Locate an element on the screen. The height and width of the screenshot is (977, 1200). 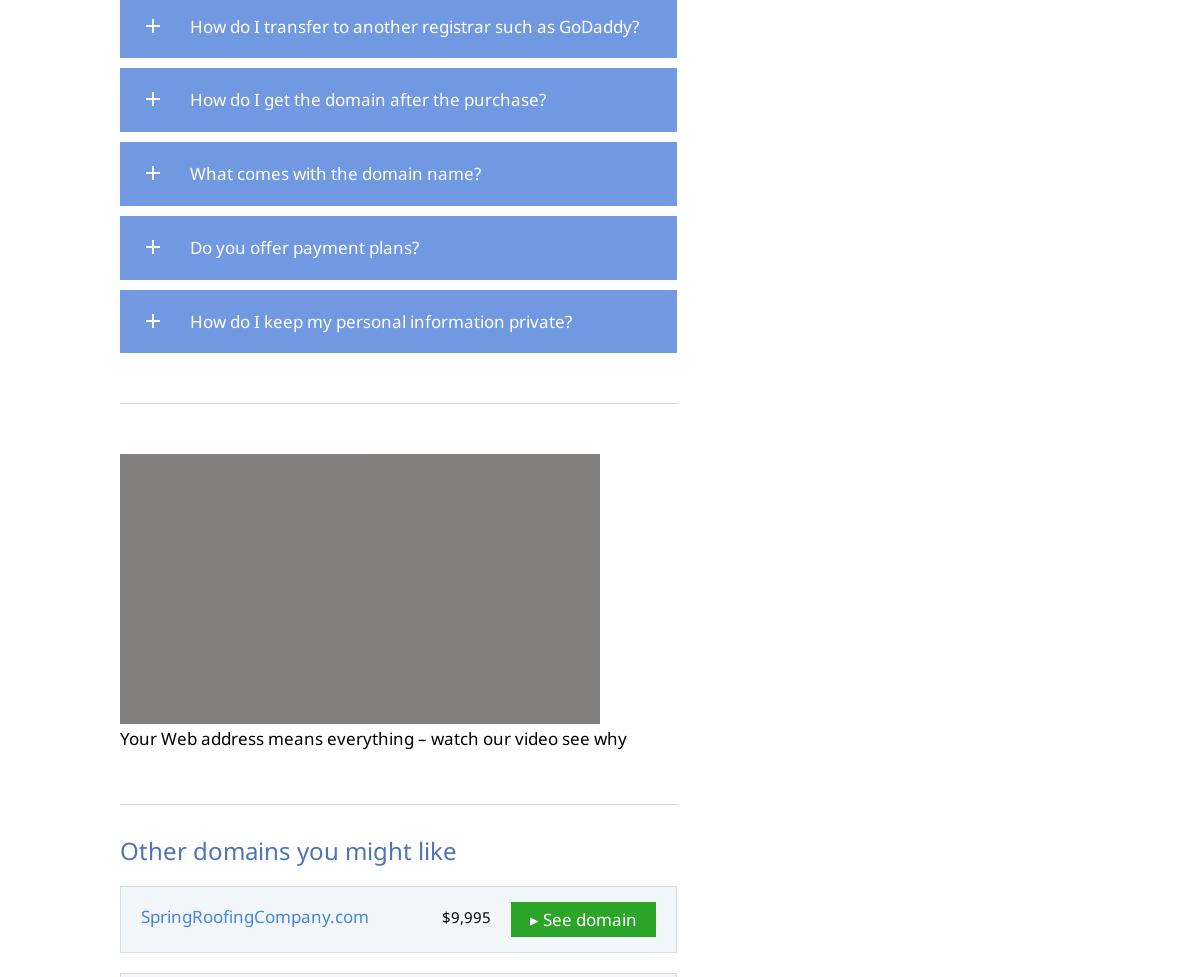
'$9,995' is located at coordinates (465, 916).